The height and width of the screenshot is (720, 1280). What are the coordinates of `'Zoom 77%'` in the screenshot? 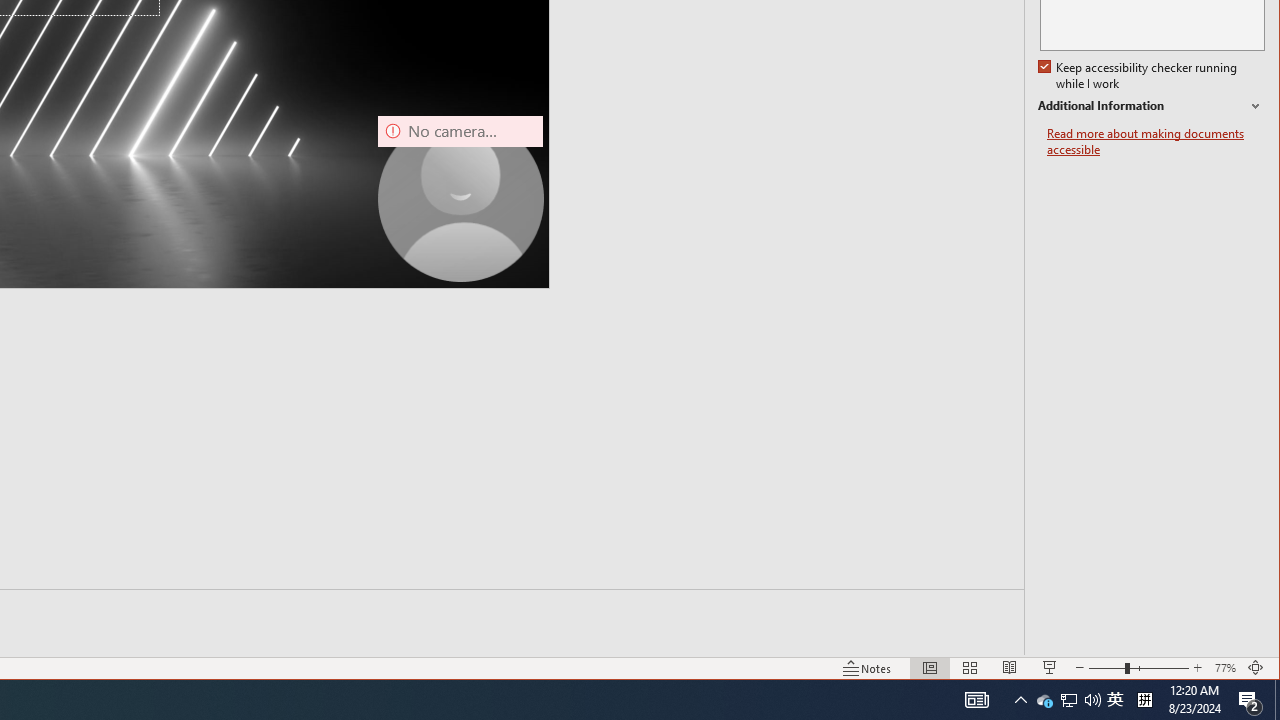 It's located at (1224, 668).